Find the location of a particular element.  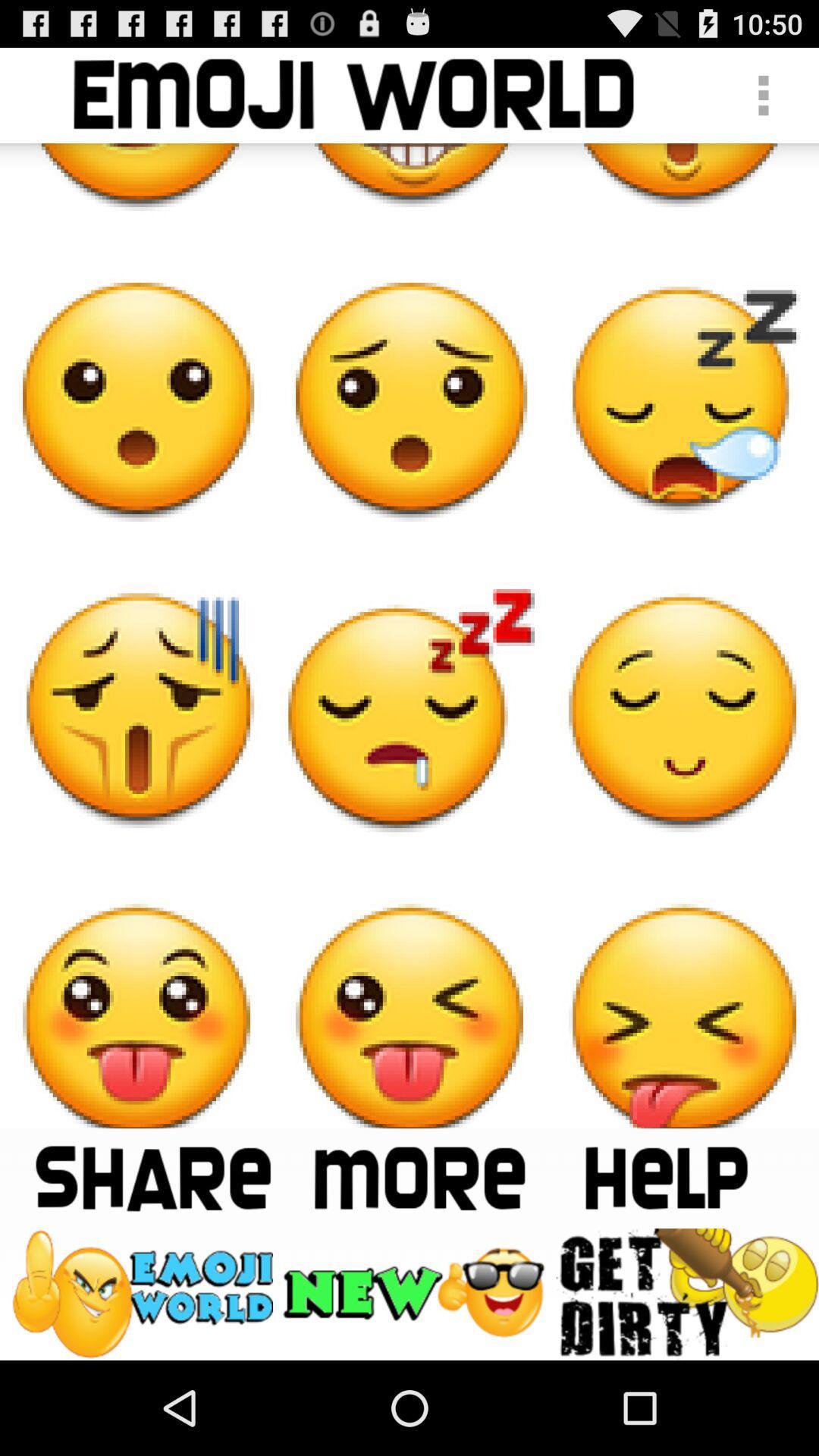

the delete icon is located at coordinates (419, 1260).